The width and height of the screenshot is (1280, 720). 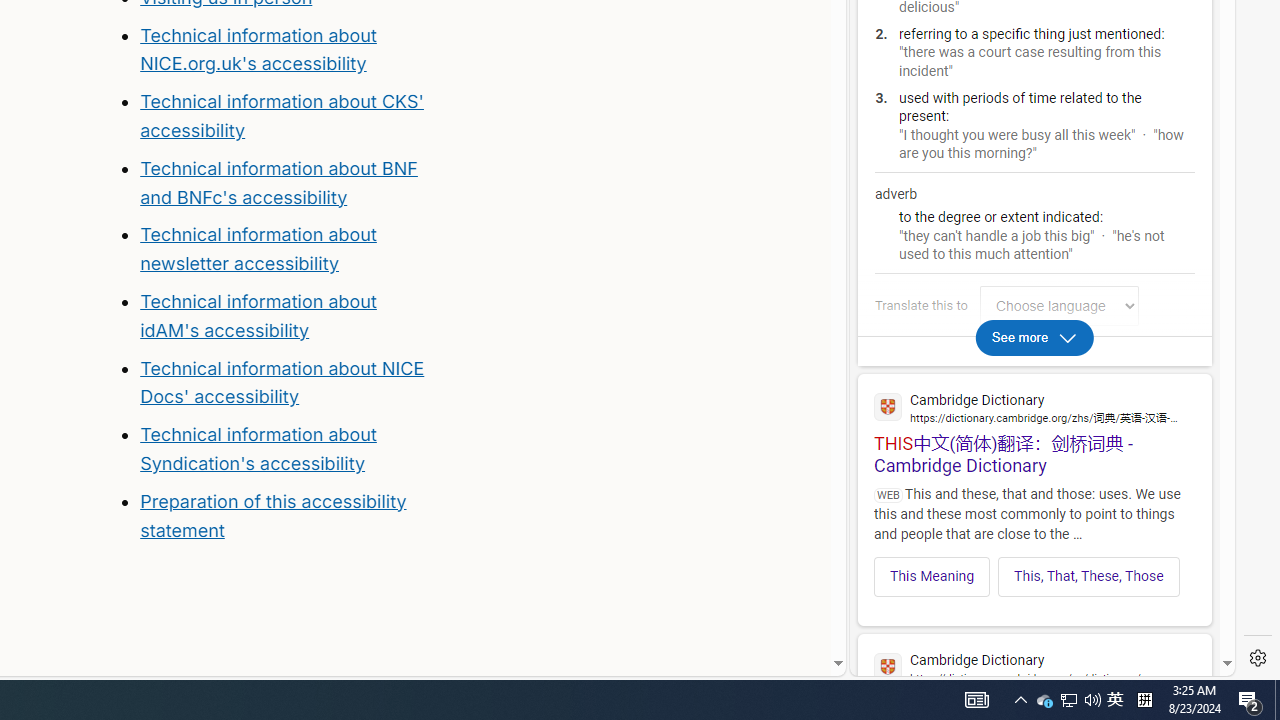 What do you see at coordinates (887, 667) in the screenshot?
I see `'Global web icon'` at bounding box center [887, 667].